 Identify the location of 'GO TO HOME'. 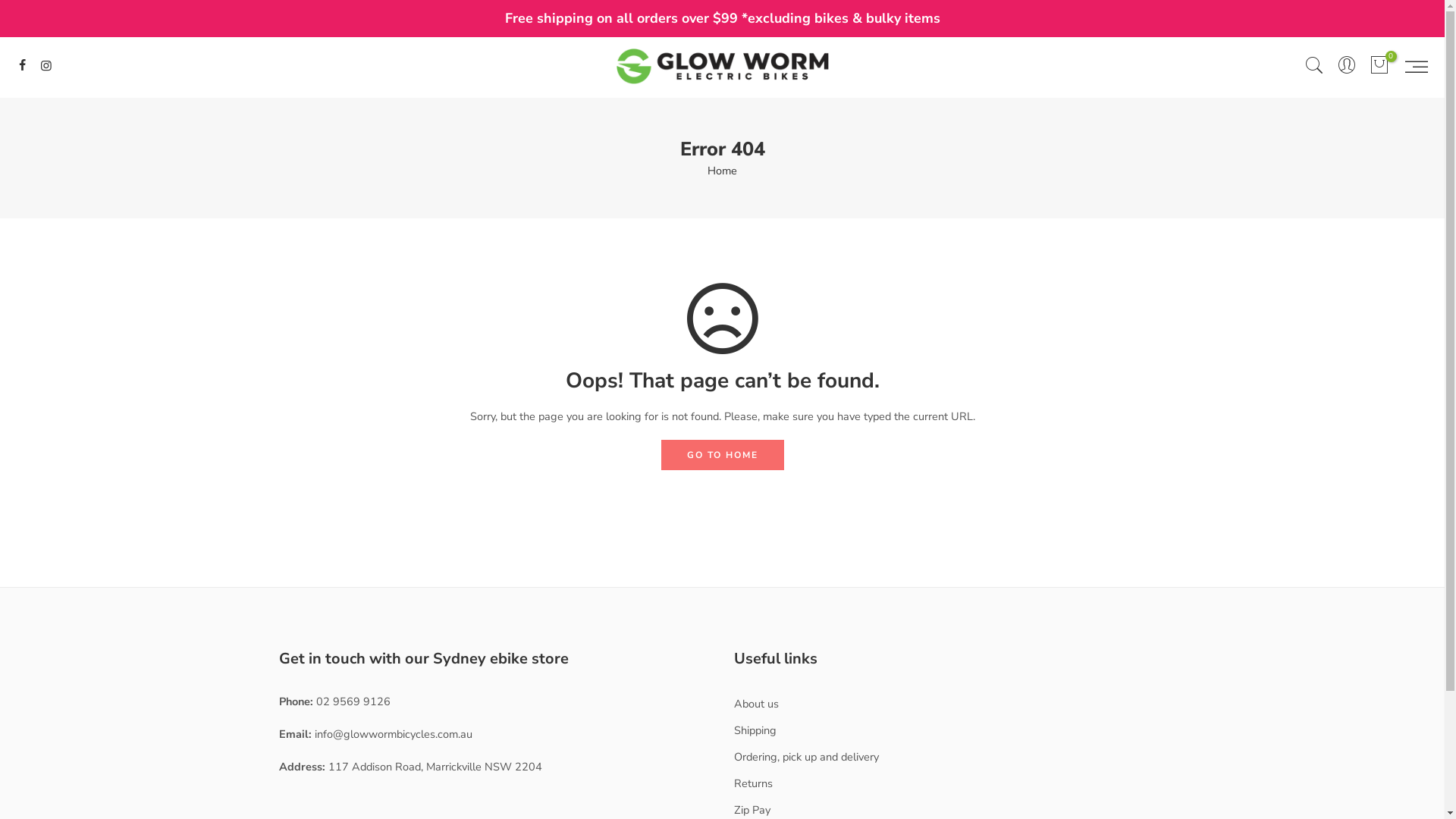
(722, 454).